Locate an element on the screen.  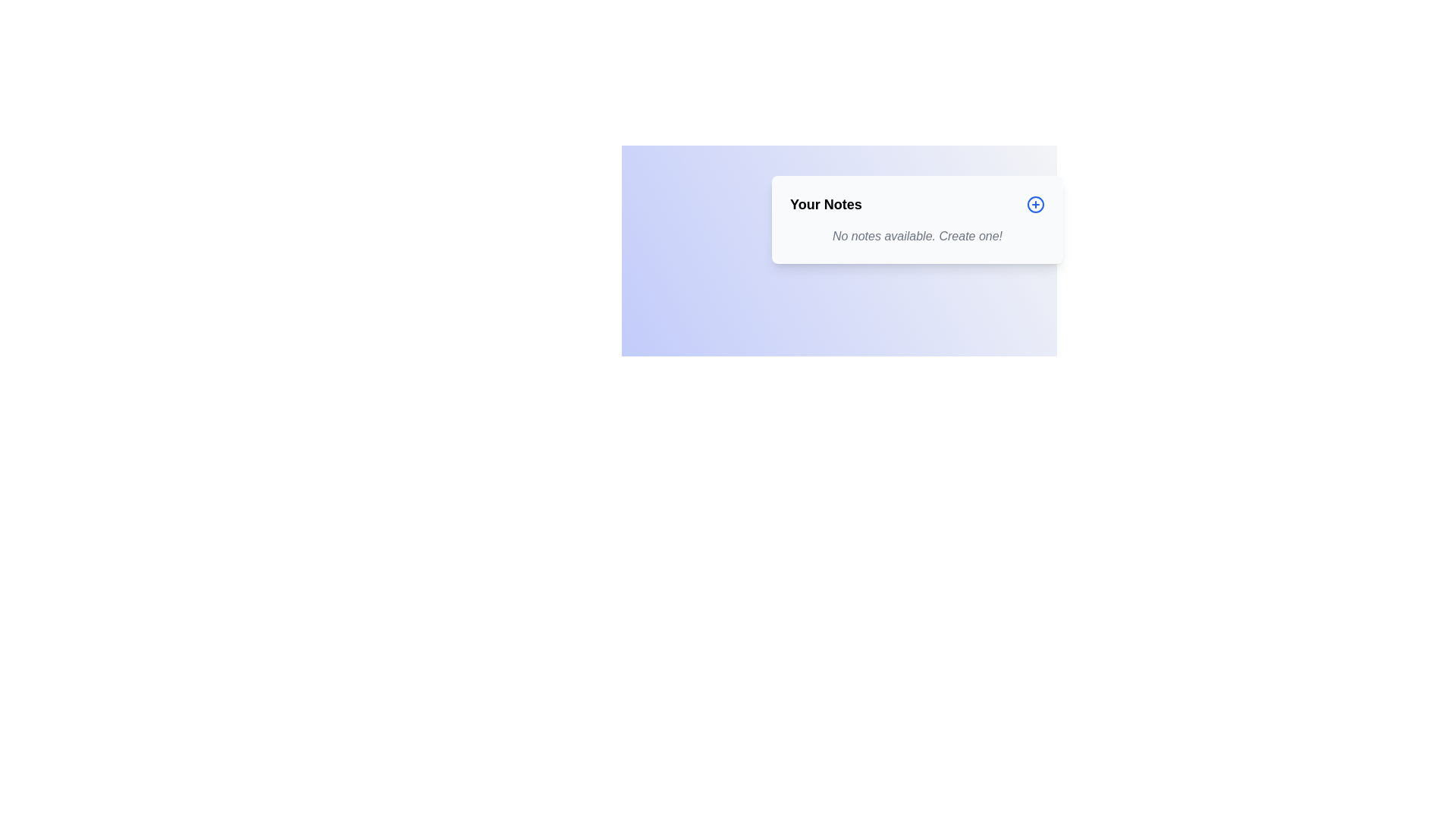
the button located to the far right of the 'Your Notes' title is located at coordinates (1035, 205).